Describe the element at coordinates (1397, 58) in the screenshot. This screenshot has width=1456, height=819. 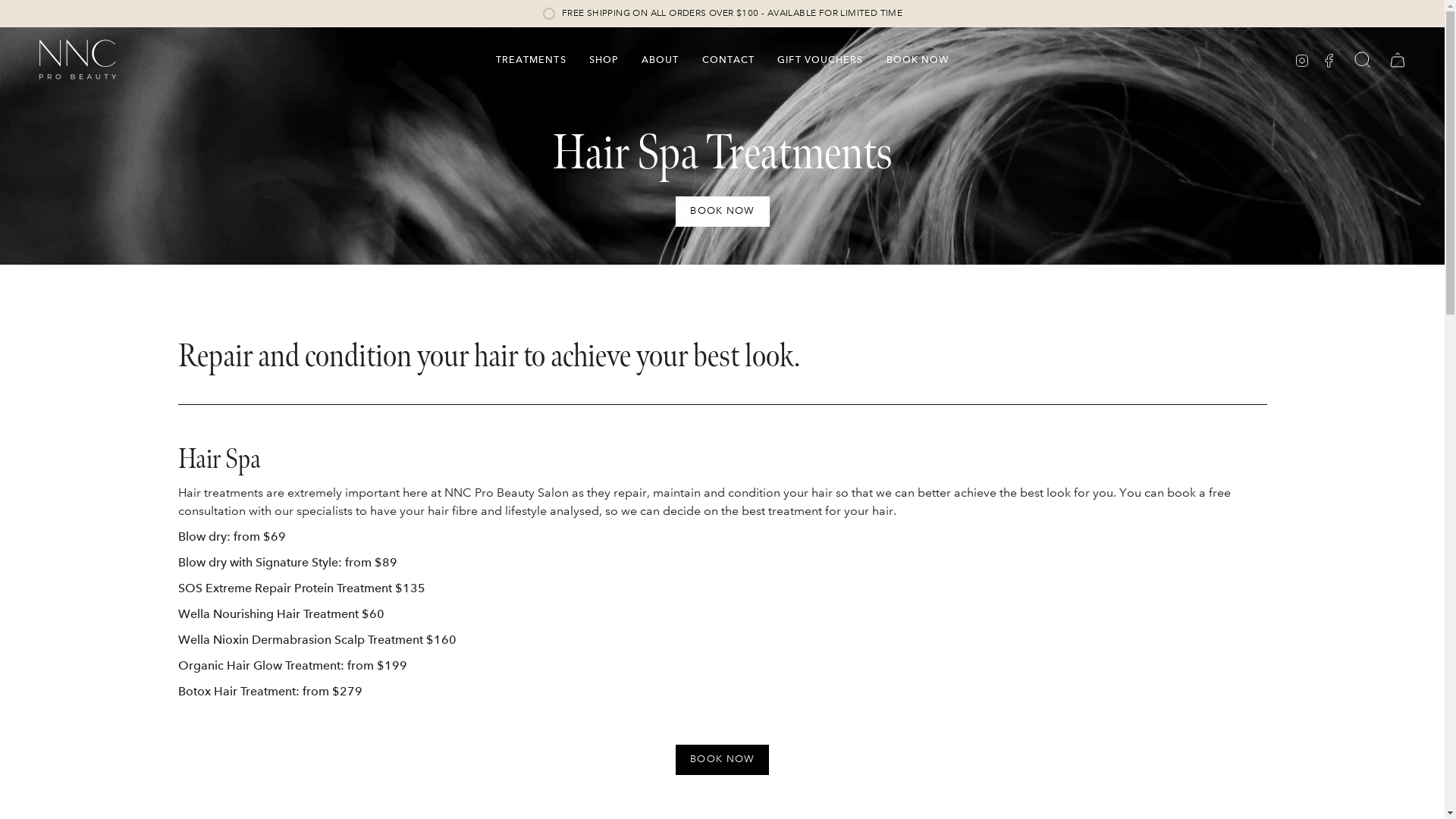
I see `'CART'` at that location.